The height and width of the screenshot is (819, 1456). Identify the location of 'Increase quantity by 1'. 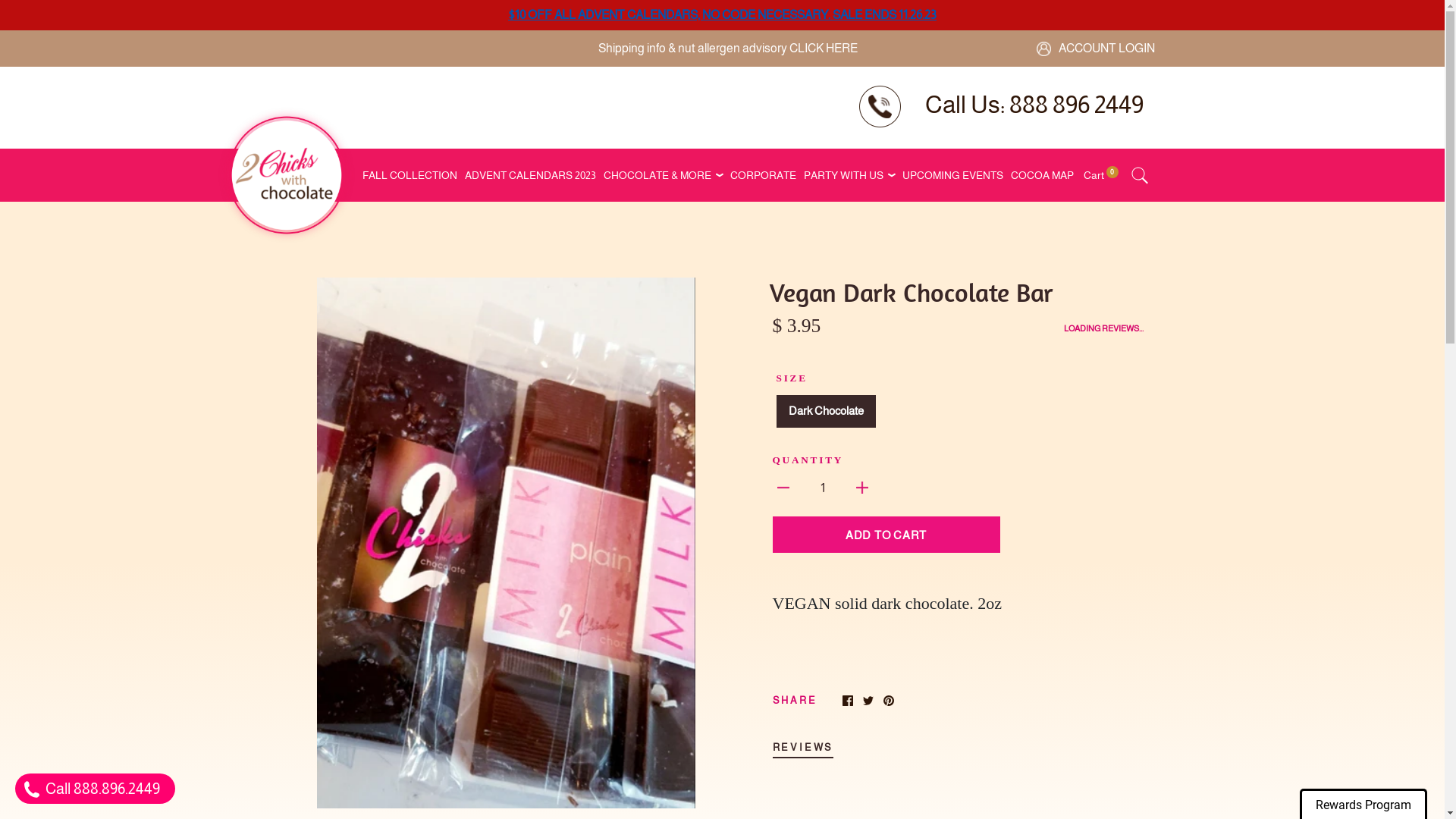
(862, 486).